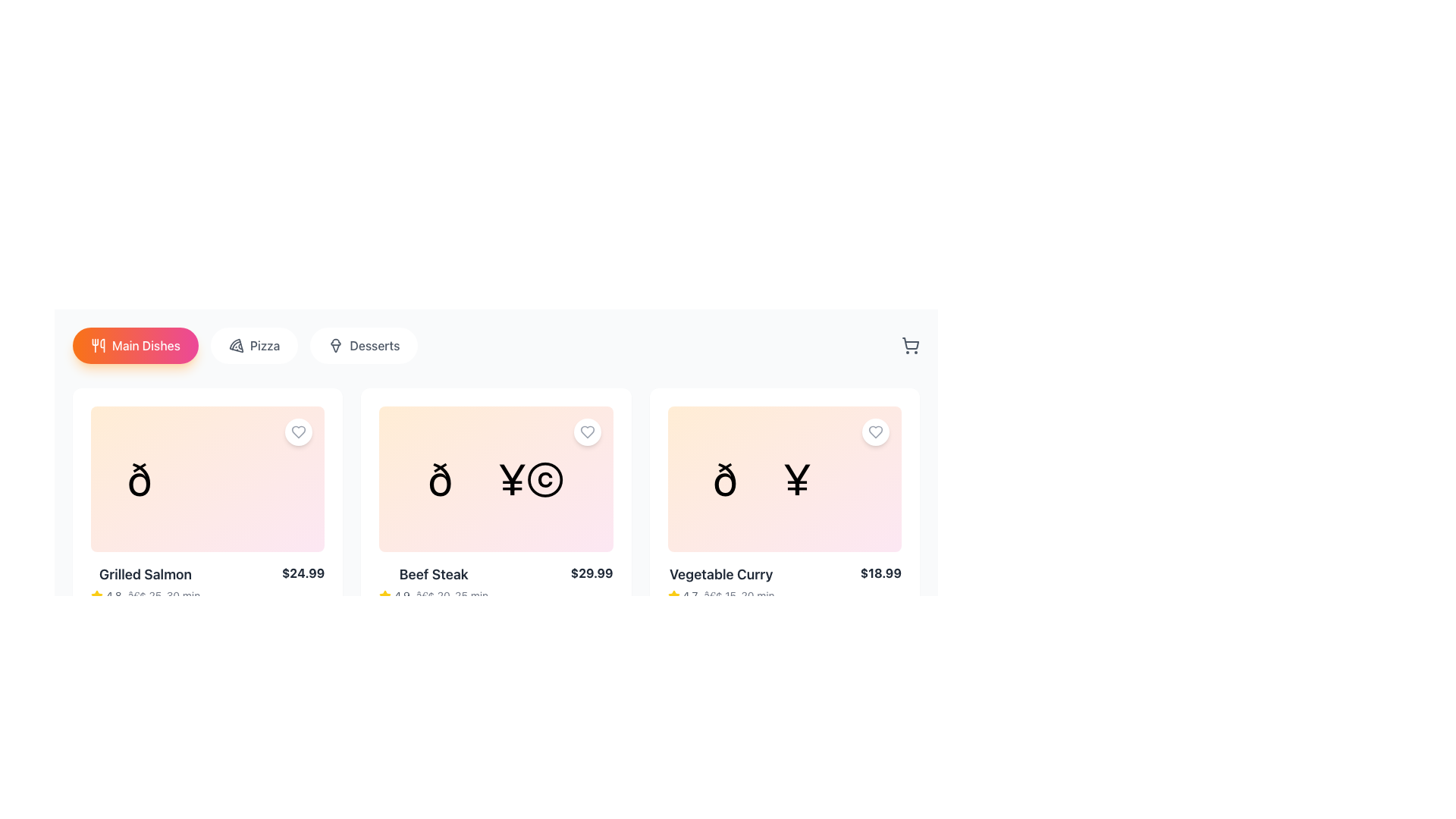 The image size is (1456, 819). What do you see at coordinates (910, 345) in the screenshot?
I see `the shopping cart icon located at the far right end of the navigation options` at bounding box center [910, 345].